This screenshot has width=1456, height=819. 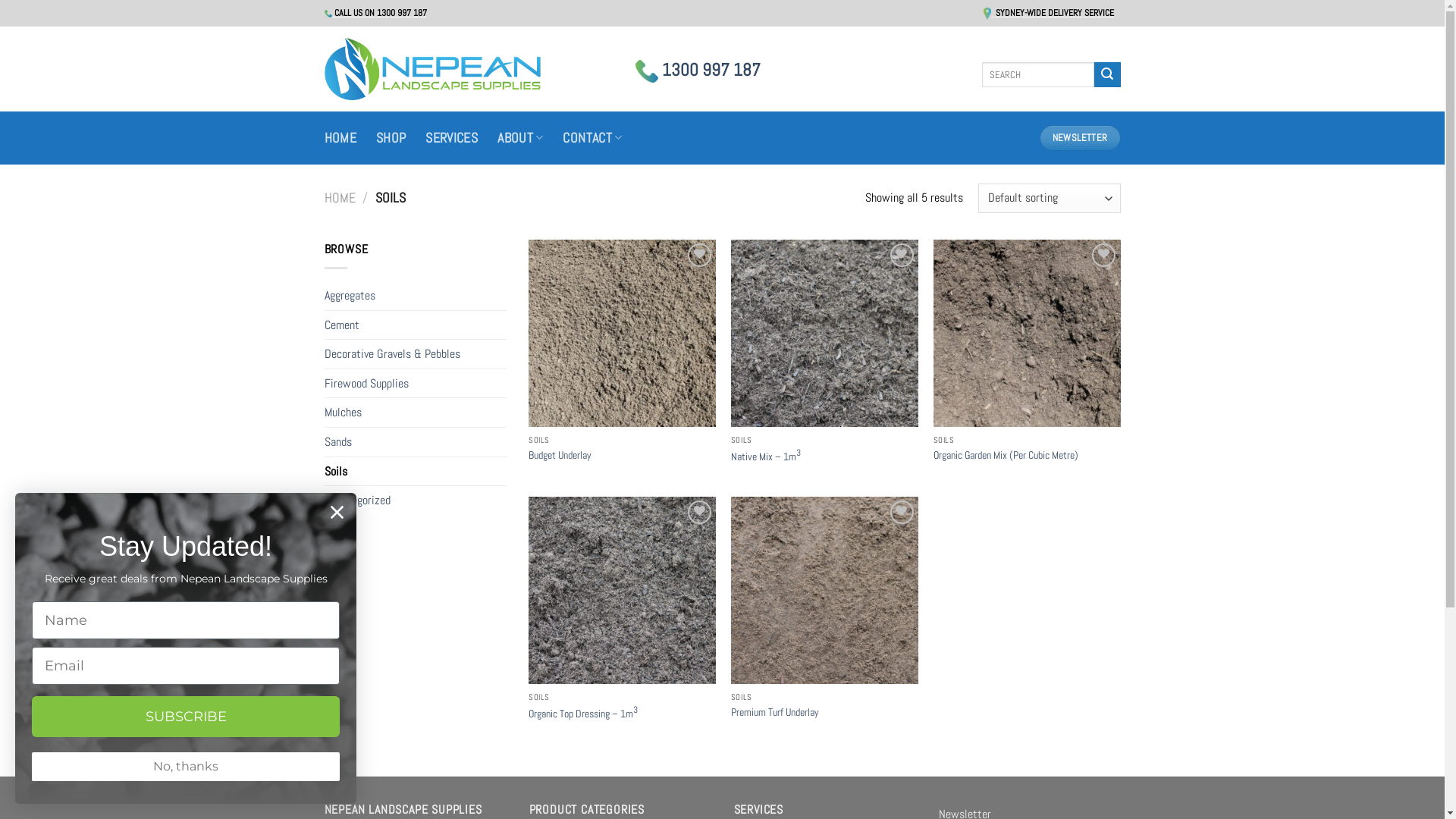 I want to click on '1300 997 187', so click(x=697, y=70).